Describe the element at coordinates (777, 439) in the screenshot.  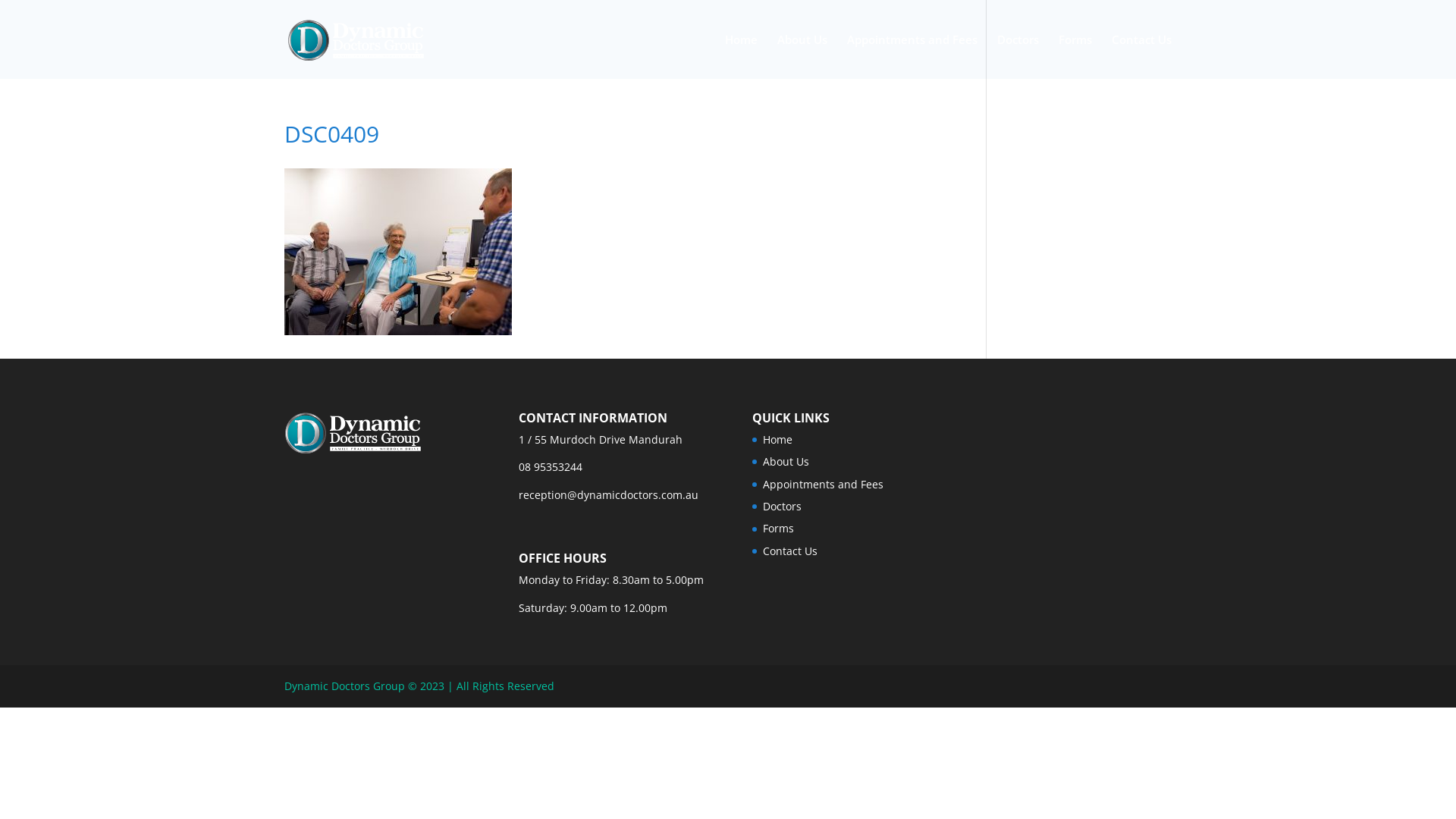
I see `'Home'` at that location.